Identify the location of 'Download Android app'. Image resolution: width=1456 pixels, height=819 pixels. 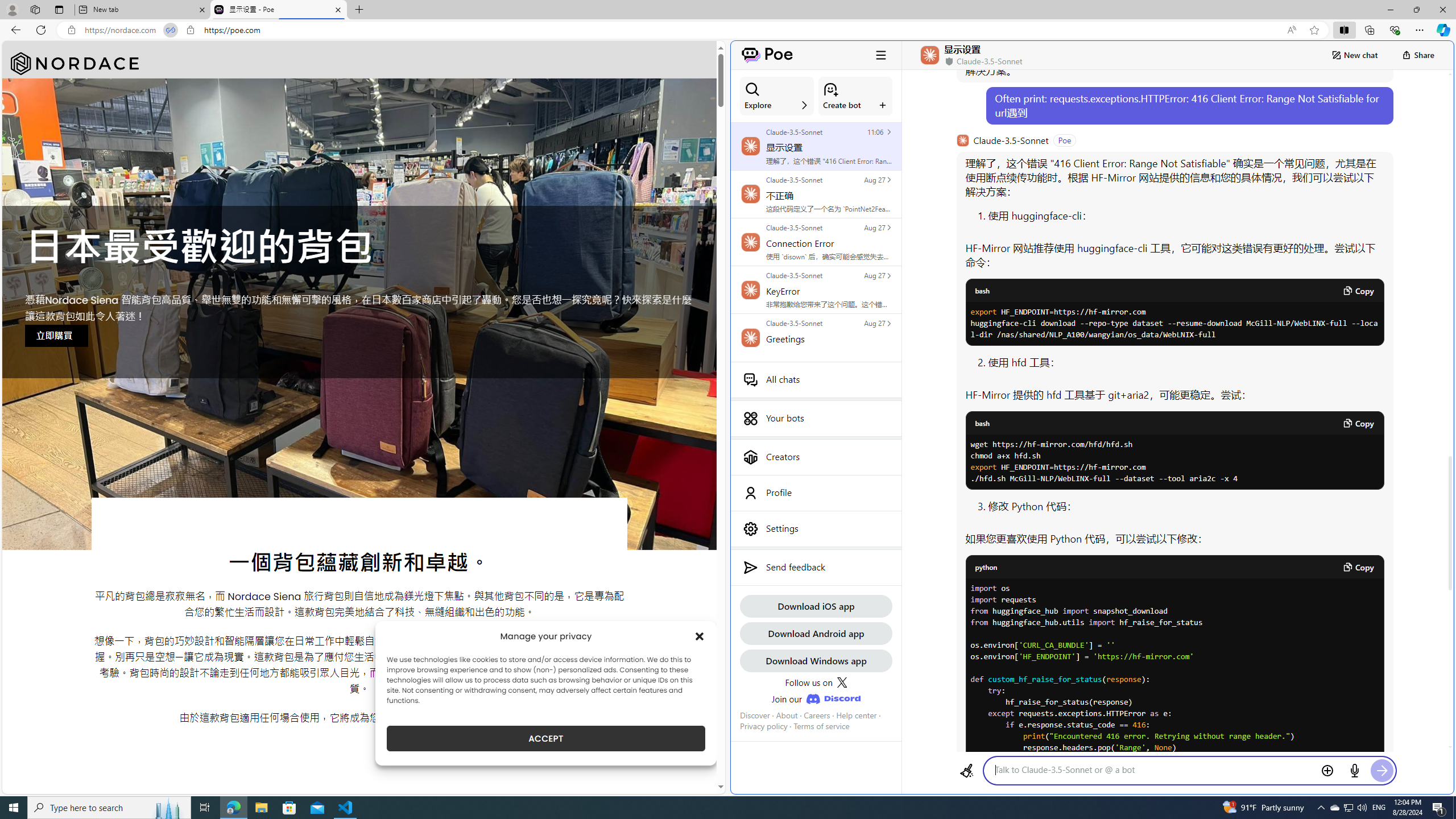
(816, 632).